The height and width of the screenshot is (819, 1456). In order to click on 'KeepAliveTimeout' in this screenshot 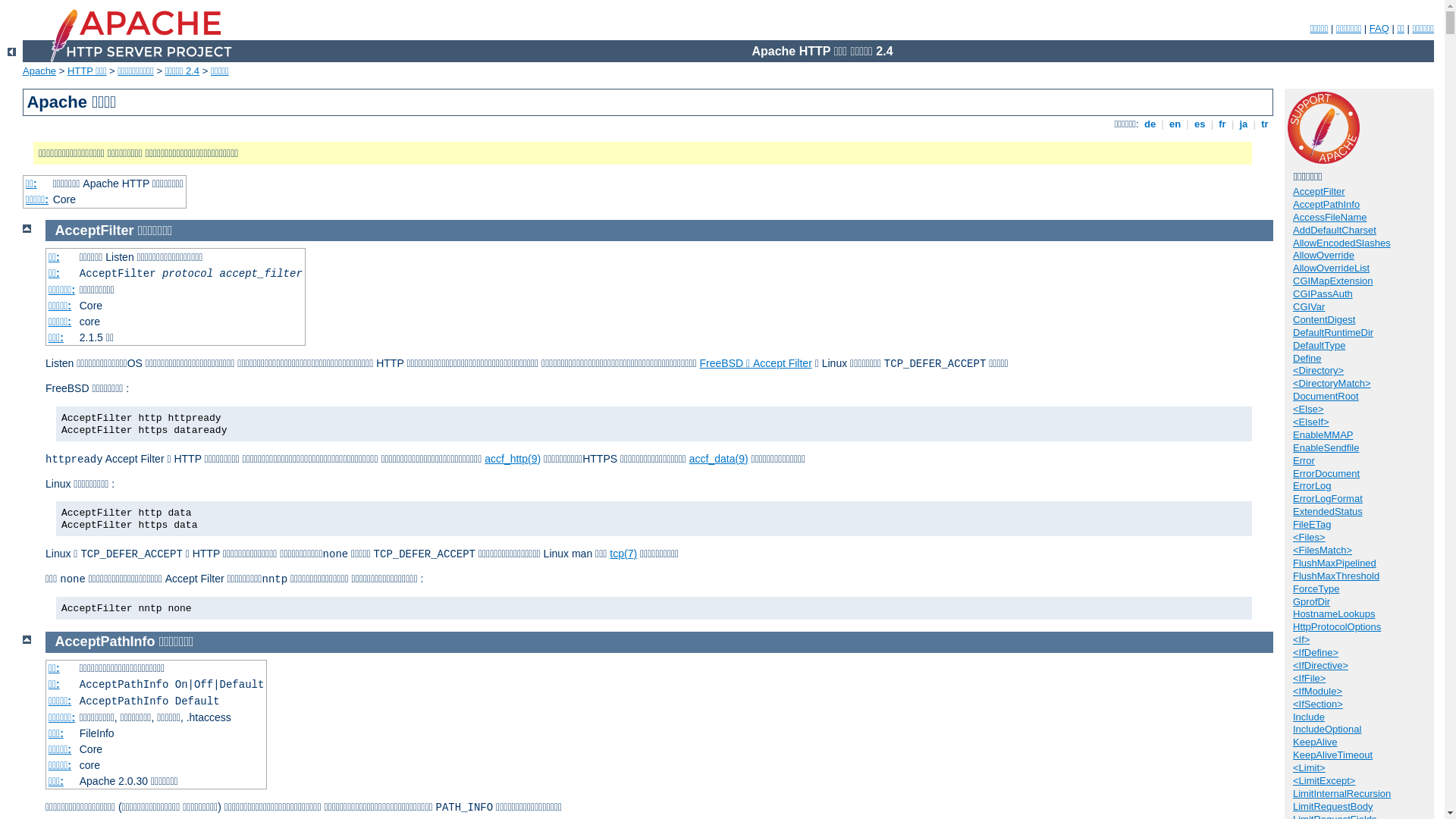, I will do `click(1332, 755)`.